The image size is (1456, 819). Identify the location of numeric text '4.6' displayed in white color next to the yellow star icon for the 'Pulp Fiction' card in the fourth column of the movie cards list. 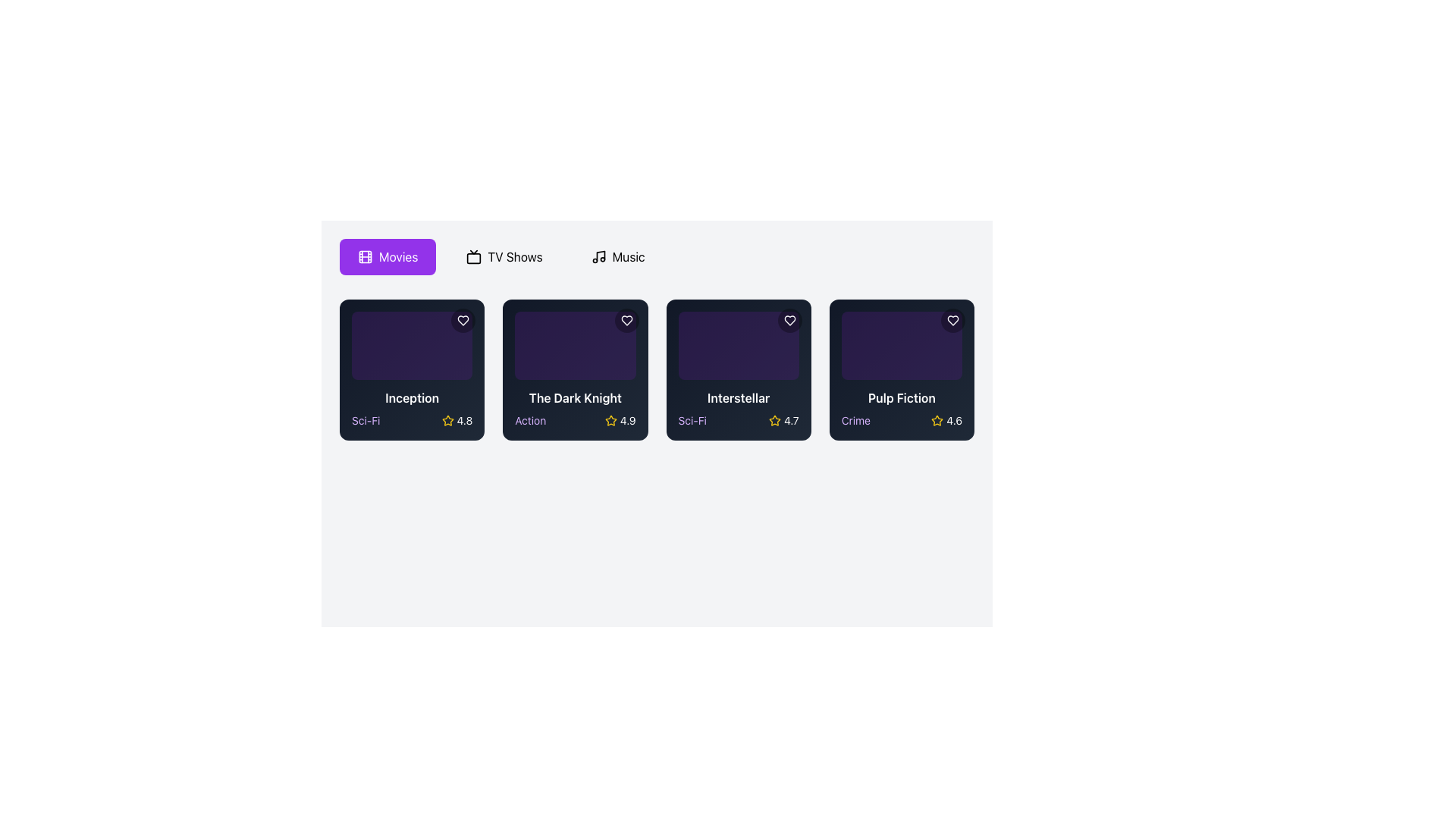
(953, 420).